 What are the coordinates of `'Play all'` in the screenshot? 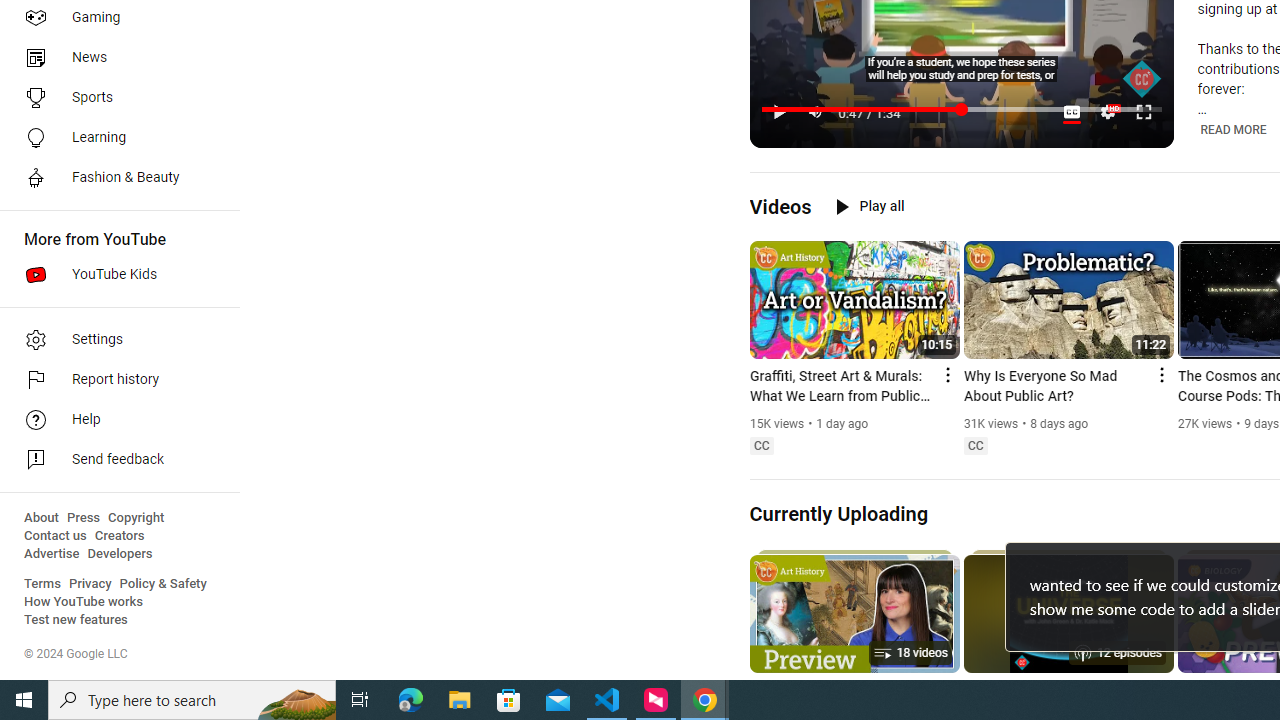 It's located at (870, 206).